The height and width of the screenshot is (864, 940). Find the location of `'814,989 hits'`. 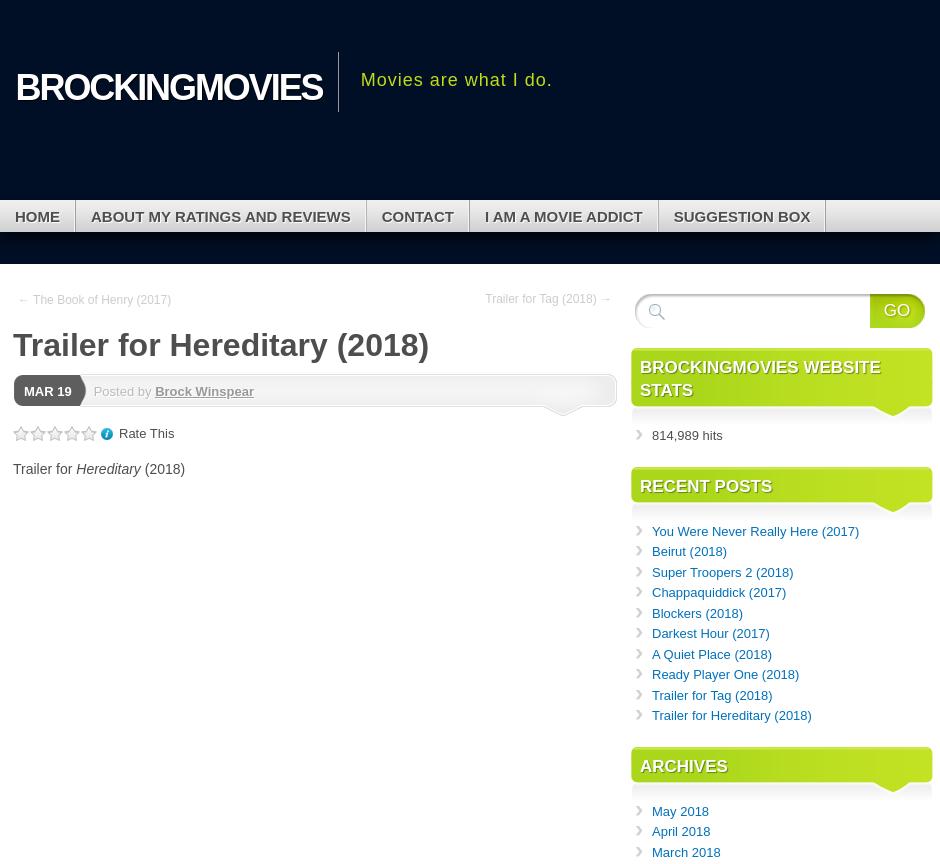

'814,989 hits' is located at coordinates (686, 435).